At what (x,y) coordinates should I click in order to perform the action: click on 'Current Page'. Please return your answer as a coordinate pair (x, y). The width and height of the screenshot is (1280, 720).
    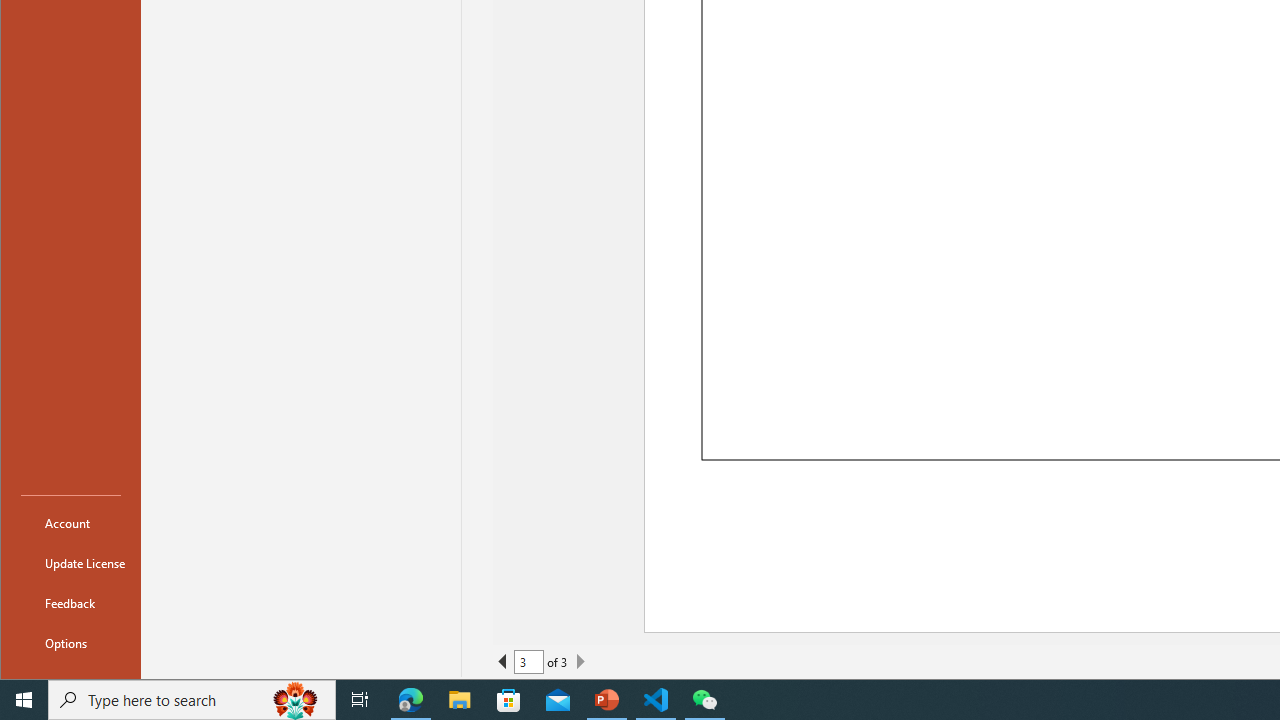
    Looking at the image, I should click on (528, 662).